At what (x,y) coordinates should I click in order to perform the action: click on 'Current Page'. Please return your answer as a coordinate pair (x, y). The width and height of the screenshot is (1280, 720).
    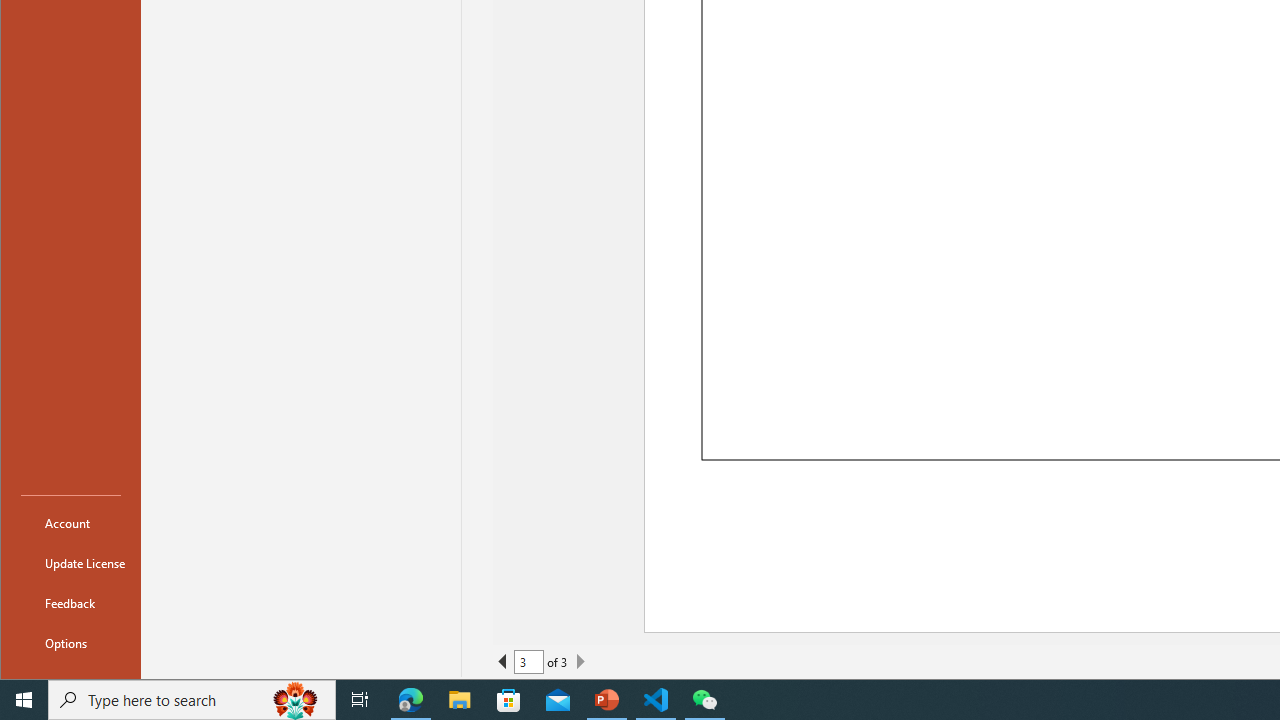
    Looking at the image, I should click on (528, 662).